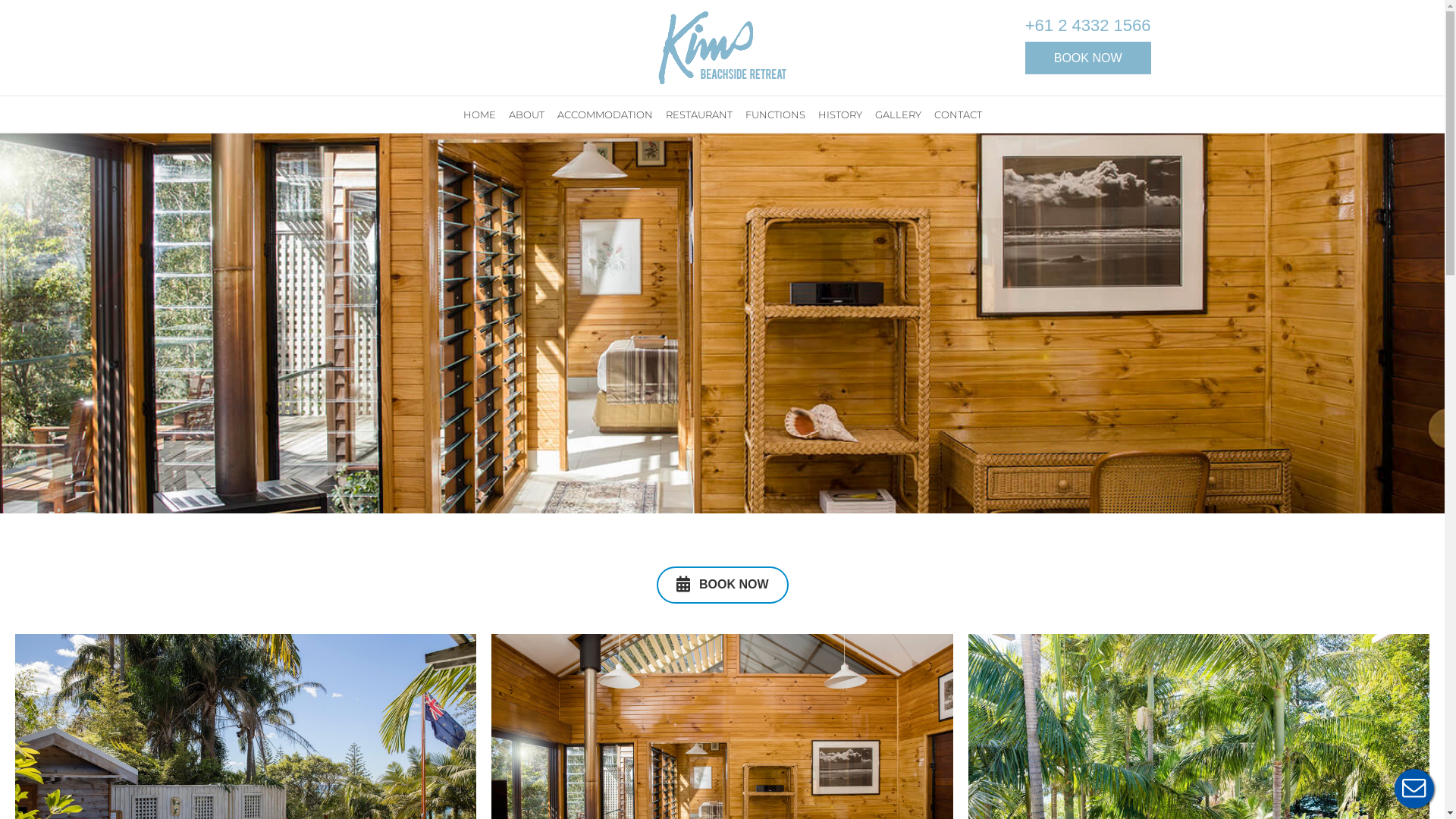 This screenshot has width=1456, height=819. I want to click on 'ABOUT', so click(526, 113).